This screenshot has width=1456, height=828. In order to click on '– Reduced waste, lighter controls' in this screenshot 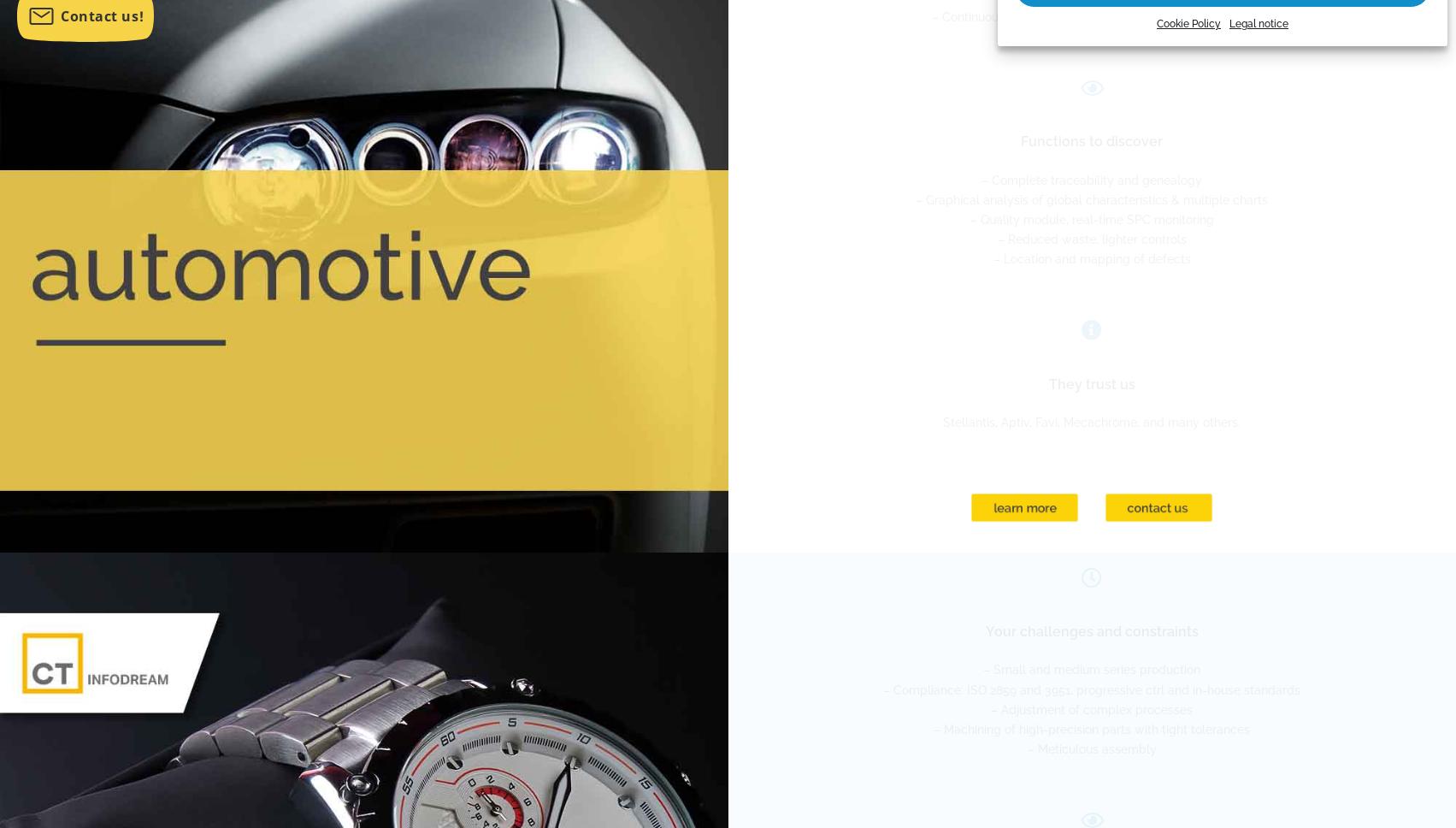, I will do `click(1090, 238)`.